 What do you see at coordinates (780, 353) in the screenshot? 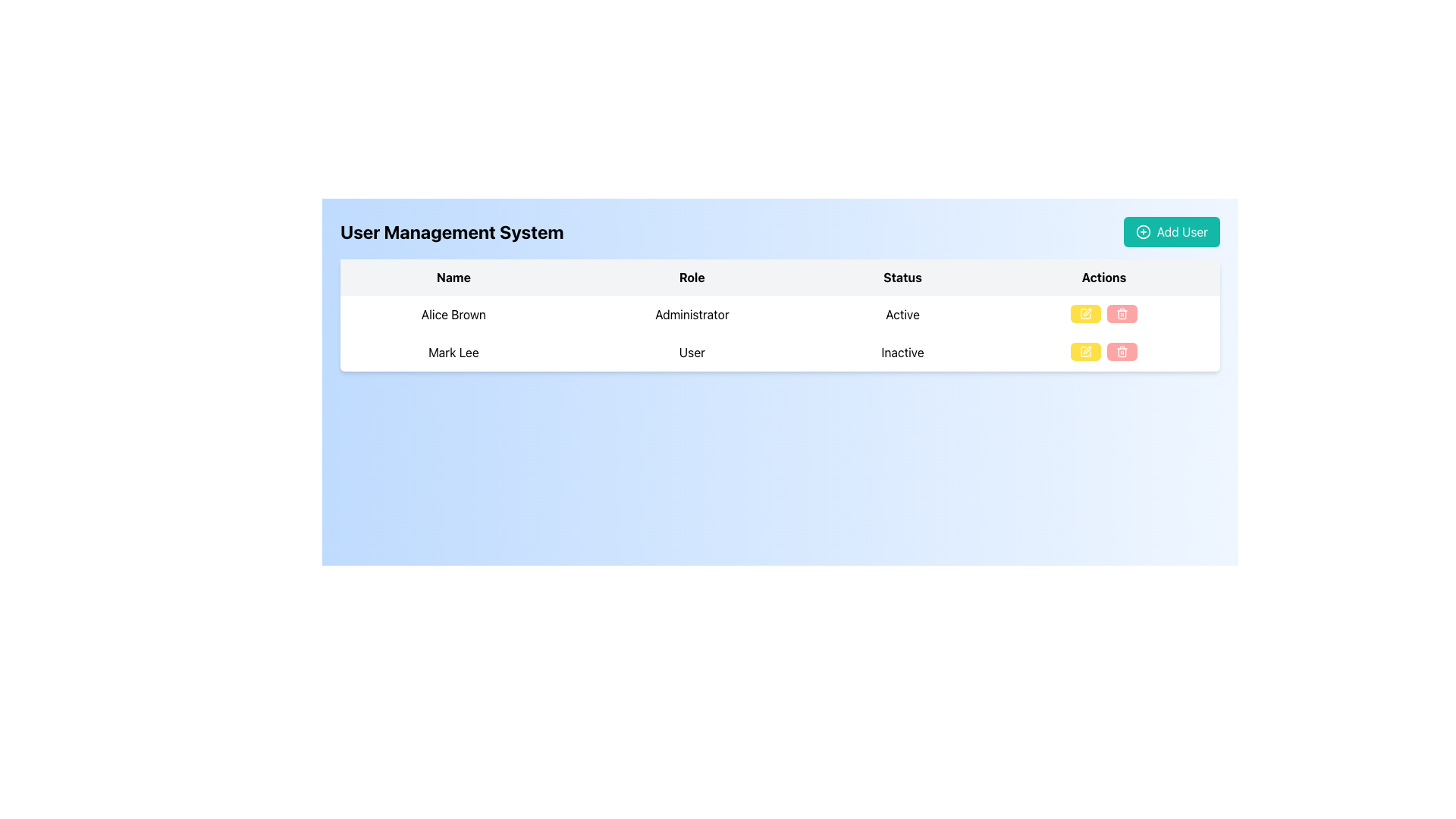
I see `the second row of the user management table containing the name 'Mark Lee', role 'User', a blank section, and status 'Inactive'` at bounding box center [780, 353].